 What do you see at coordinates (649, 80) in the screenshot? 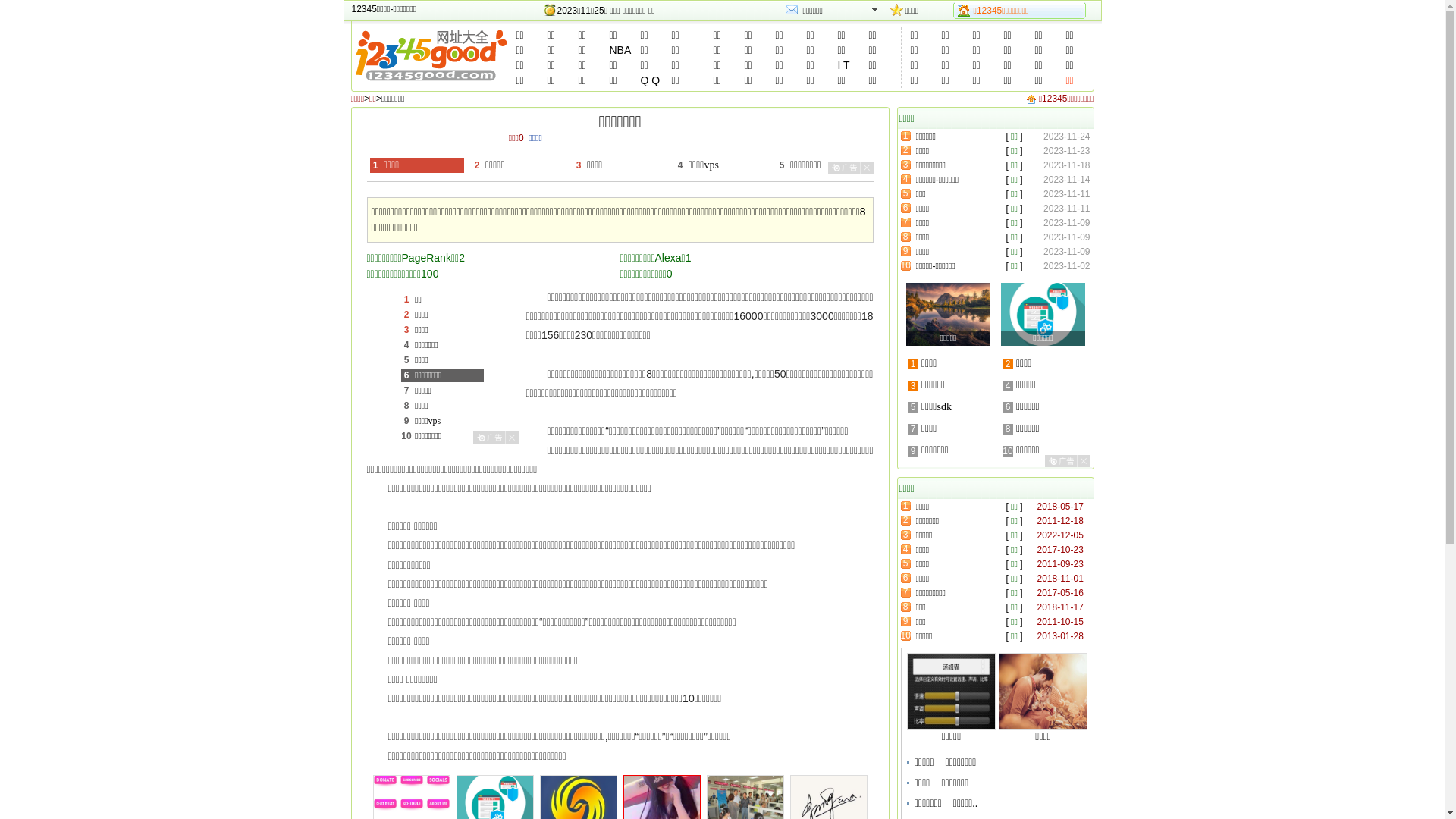
I see `'Q Q'` at bounding box center [649, 80].